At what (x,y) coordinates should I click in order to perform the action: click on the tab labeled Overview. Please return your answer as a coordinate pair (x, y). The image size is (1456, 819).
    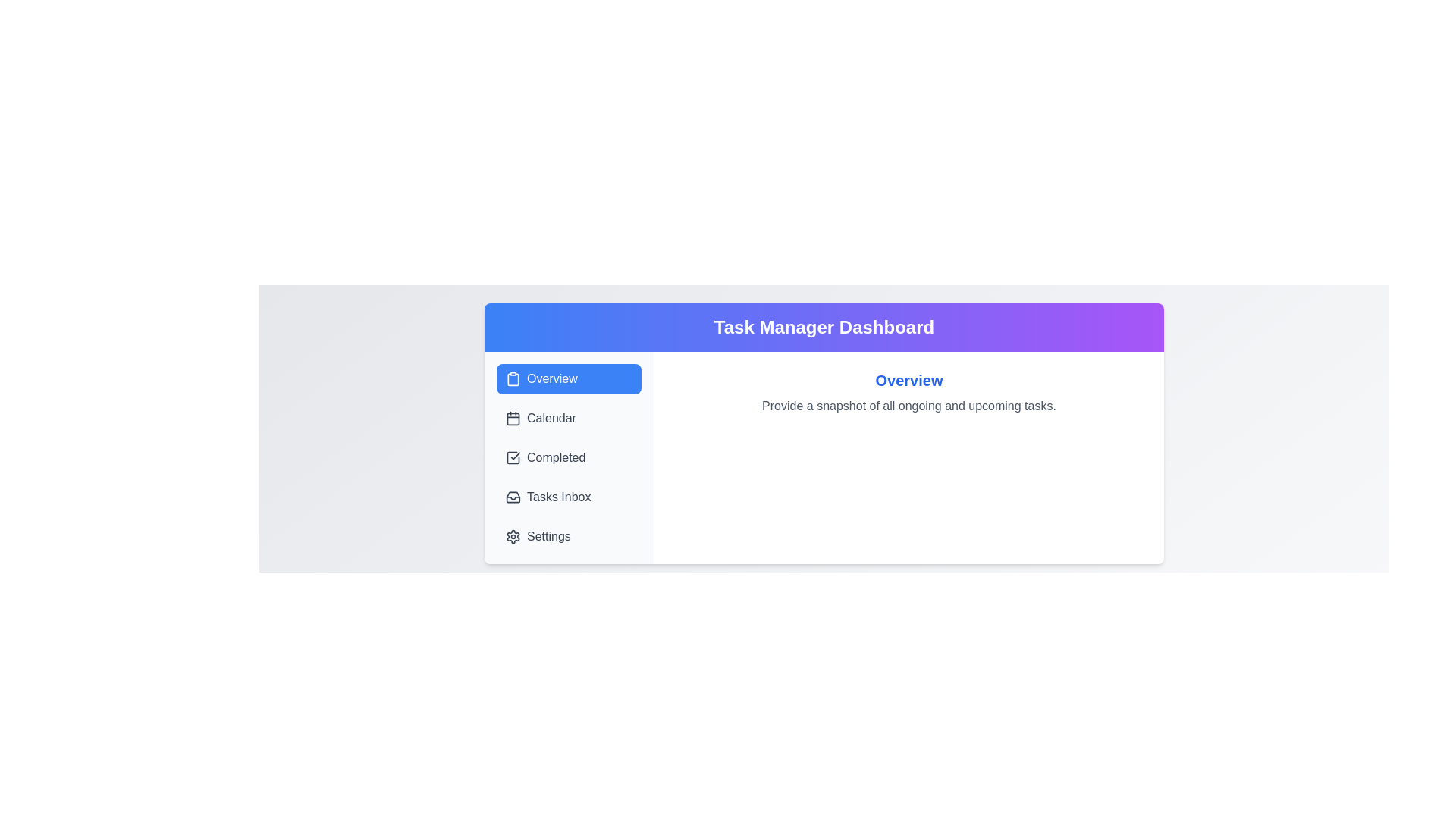
    Looking at the image, I should click on (568, 378).